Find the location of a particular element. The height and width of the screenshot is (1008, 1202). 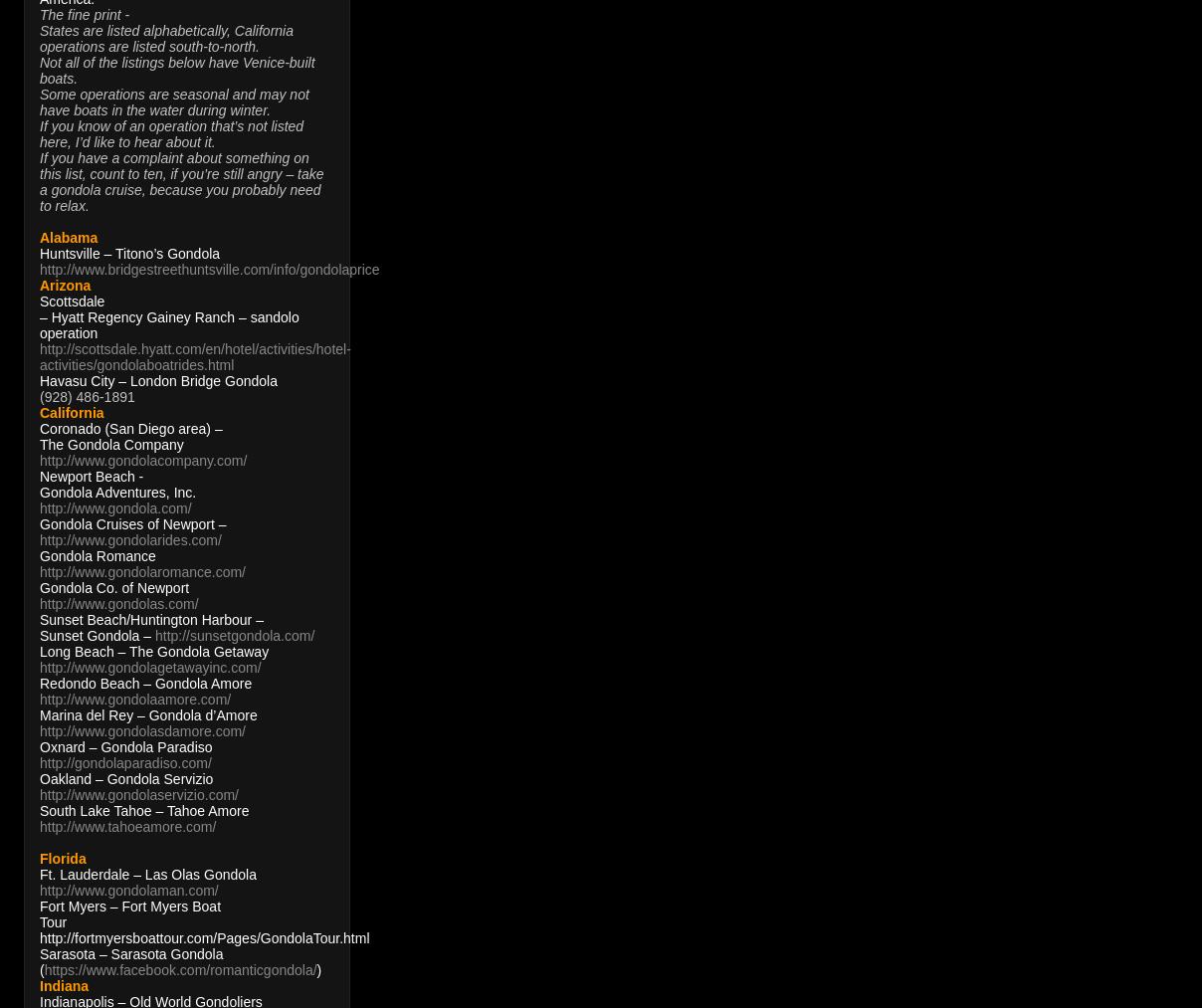

'The Gondola Company' is located at coordinates (109, 444).